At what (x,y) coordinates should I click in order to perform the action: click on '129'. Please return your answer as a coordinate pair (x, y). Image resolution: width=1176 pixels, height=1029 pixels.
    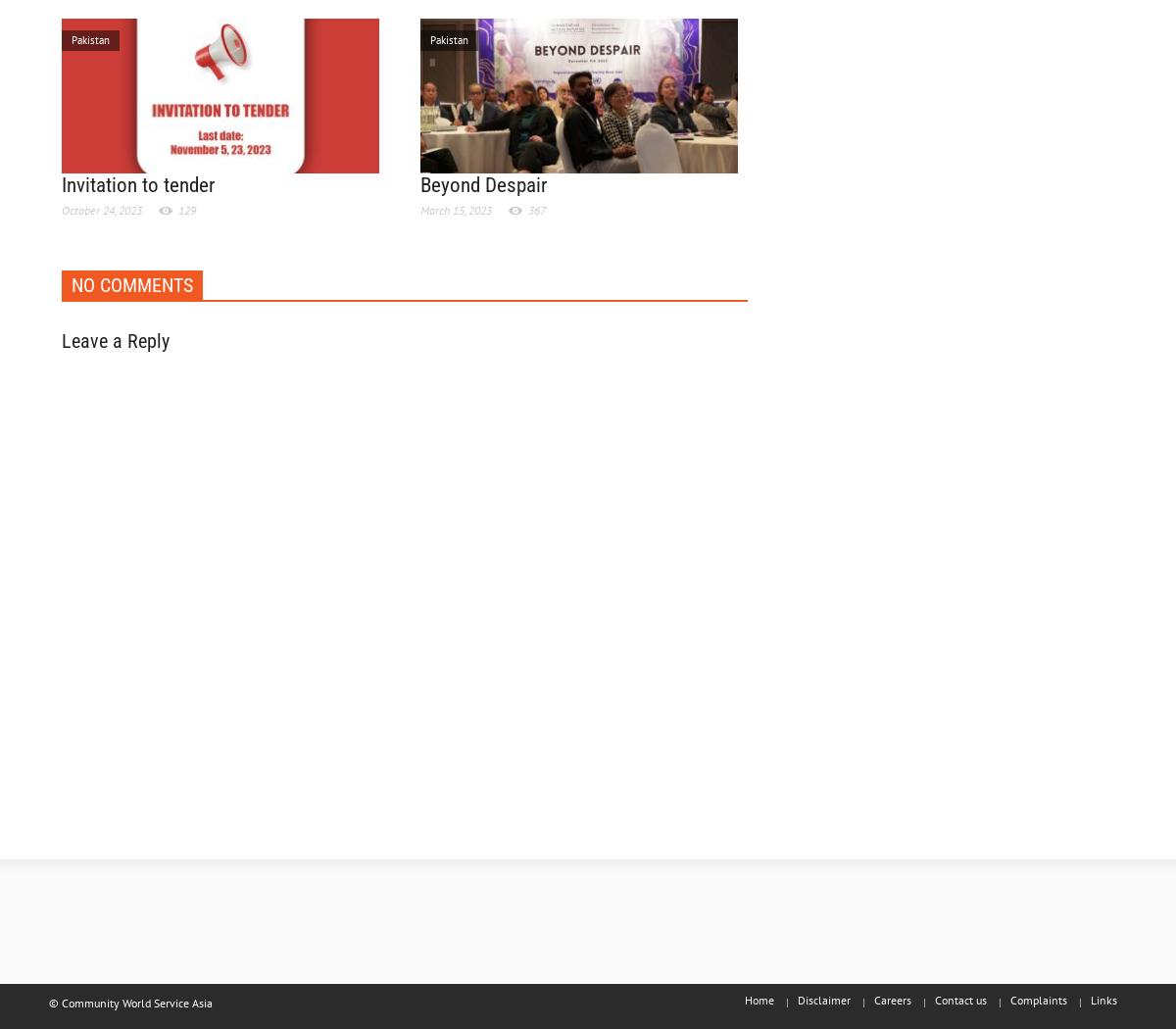
    Looking at the image, I should click on (186, 209).